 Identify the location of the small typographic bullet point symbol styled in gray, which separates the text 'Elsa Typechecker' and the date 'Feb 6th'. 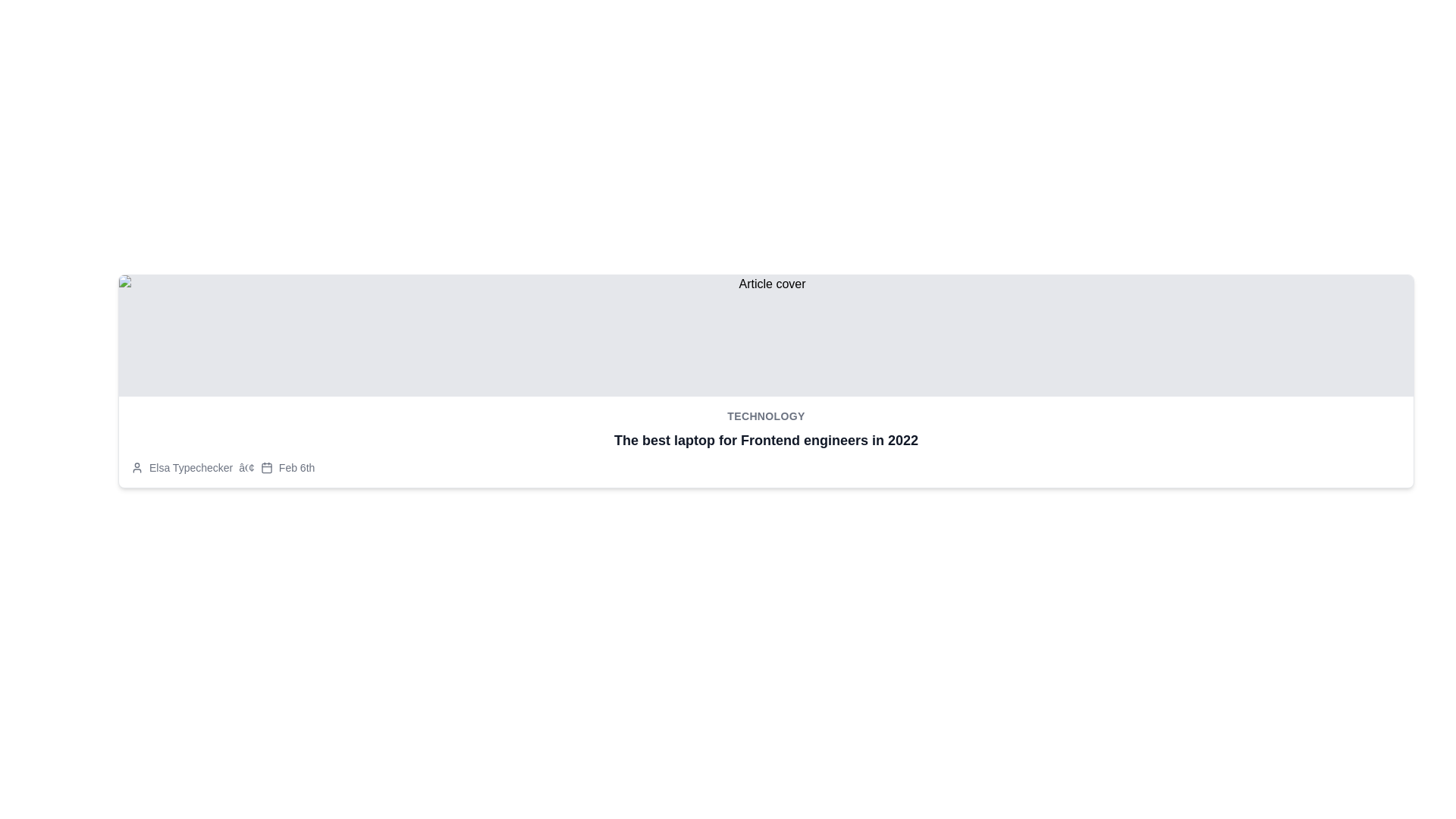
(246, 467).